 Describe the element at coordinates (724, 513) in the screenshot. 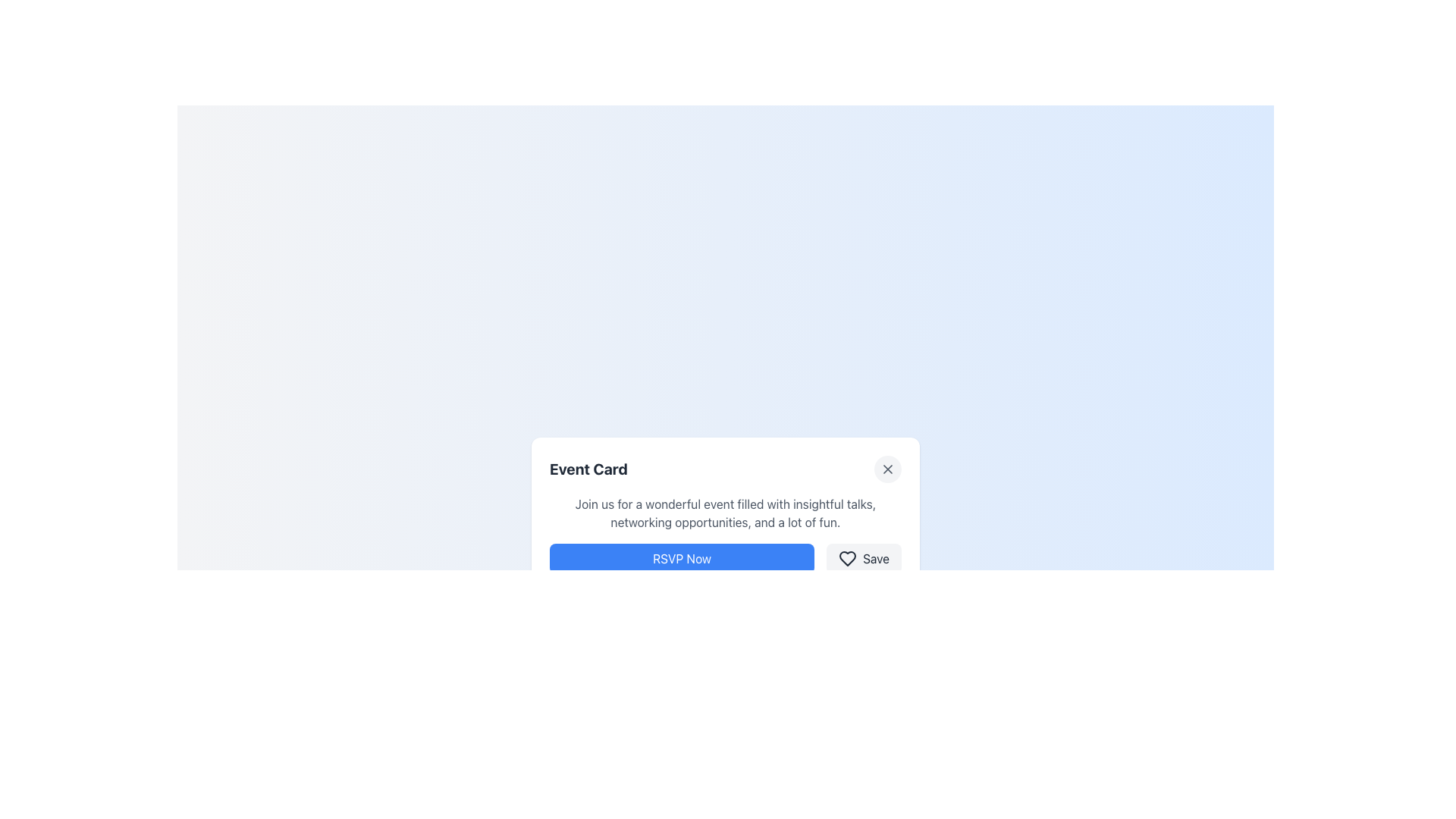

I see `the descriptive text block located centrally within the modal card, directly below the 'Event Card' heading and above the 'RSVP Now' and 'Save' action buttons` at that location.